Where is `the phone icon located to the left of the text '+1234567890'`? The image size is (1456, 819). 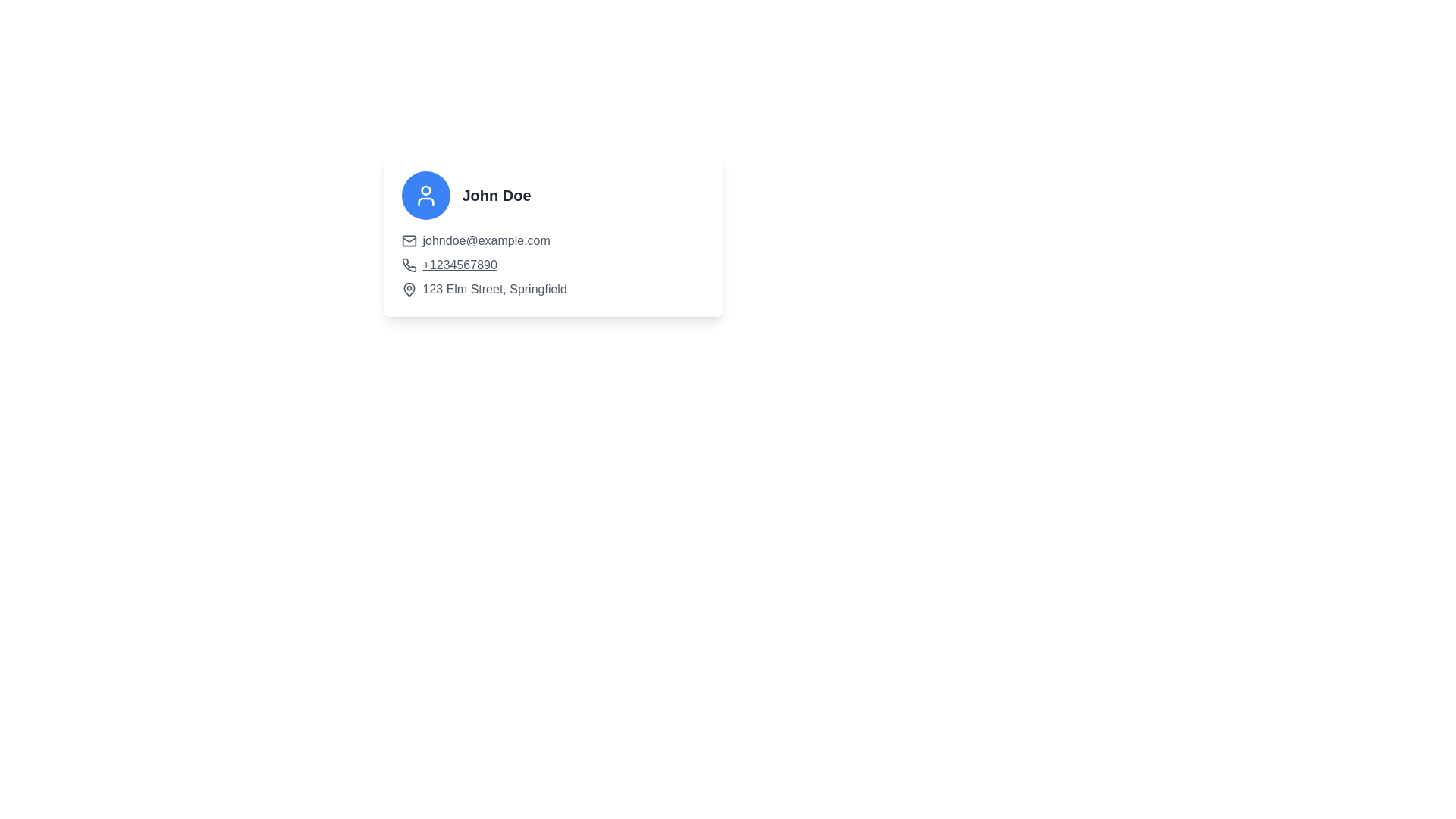 the phone icon located to the left of the text '+1234567890' is located at coordinates (409, 265).